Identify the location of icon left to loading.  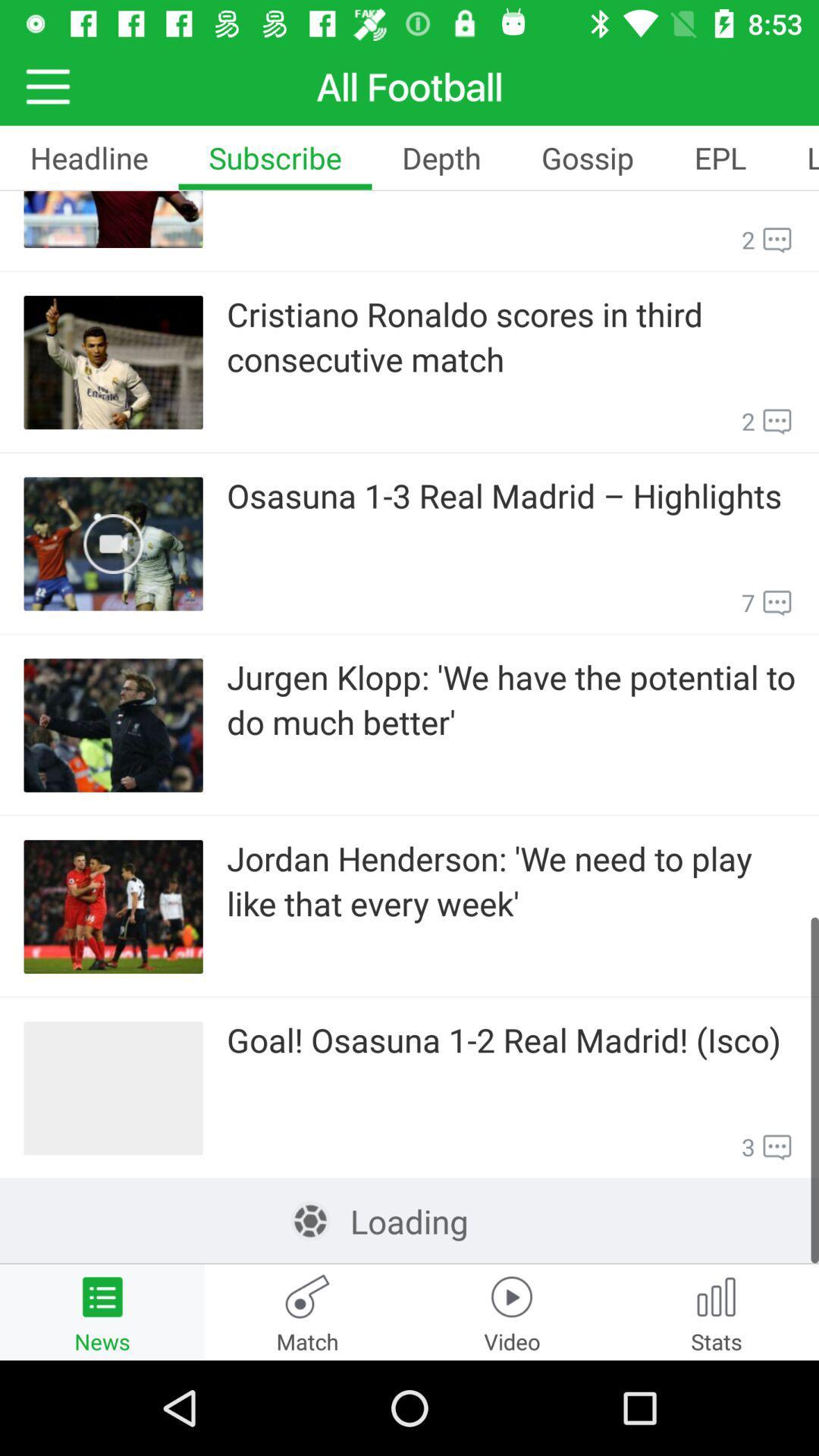
(309, 1221).